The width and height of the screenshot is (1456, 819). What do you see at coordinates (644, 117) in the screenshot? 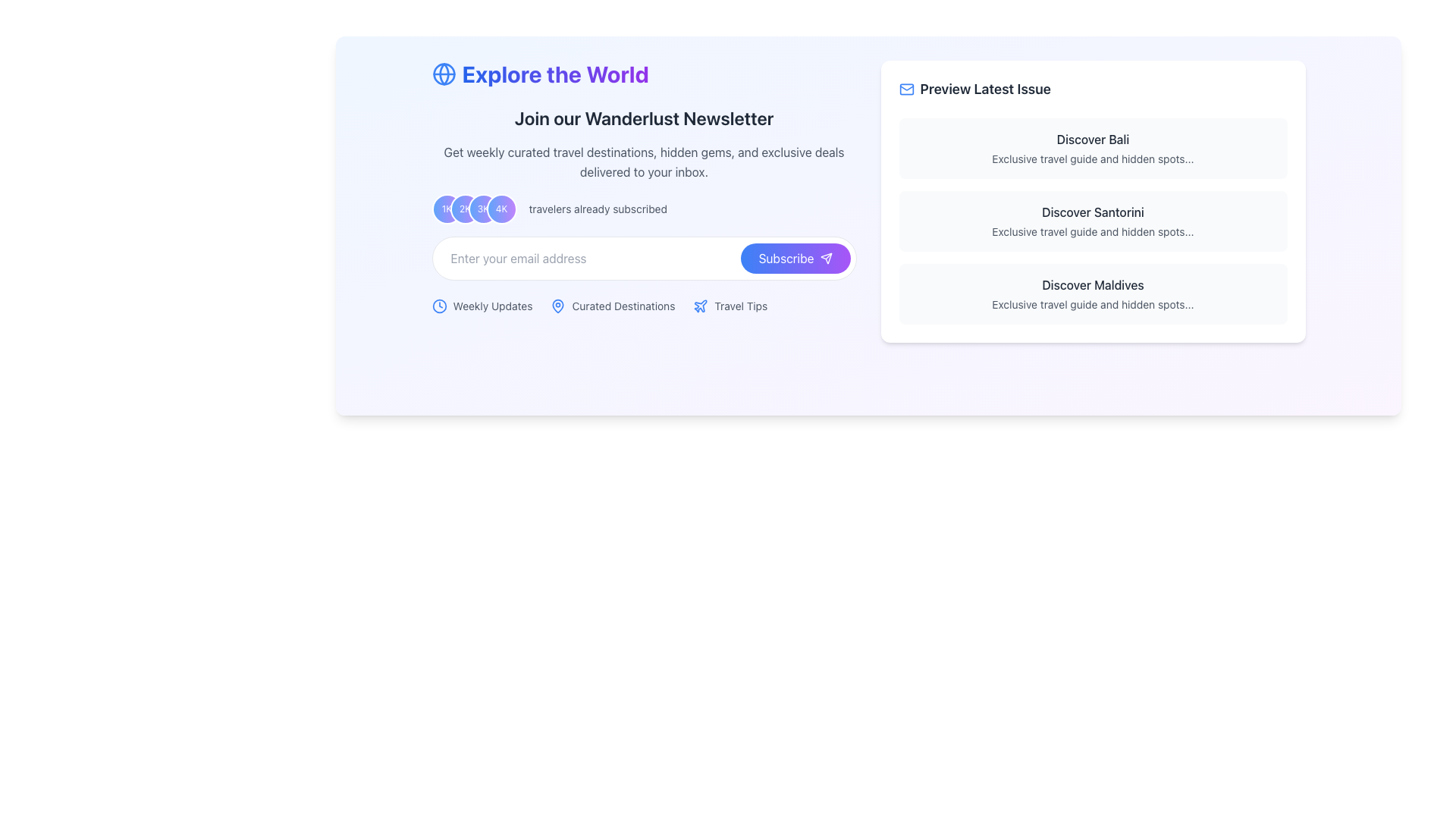
I see `the static text element that serves as a heading for the newsletter subscription benefits, positioned below 'Explore the World'` at bounding box center [644, 117].